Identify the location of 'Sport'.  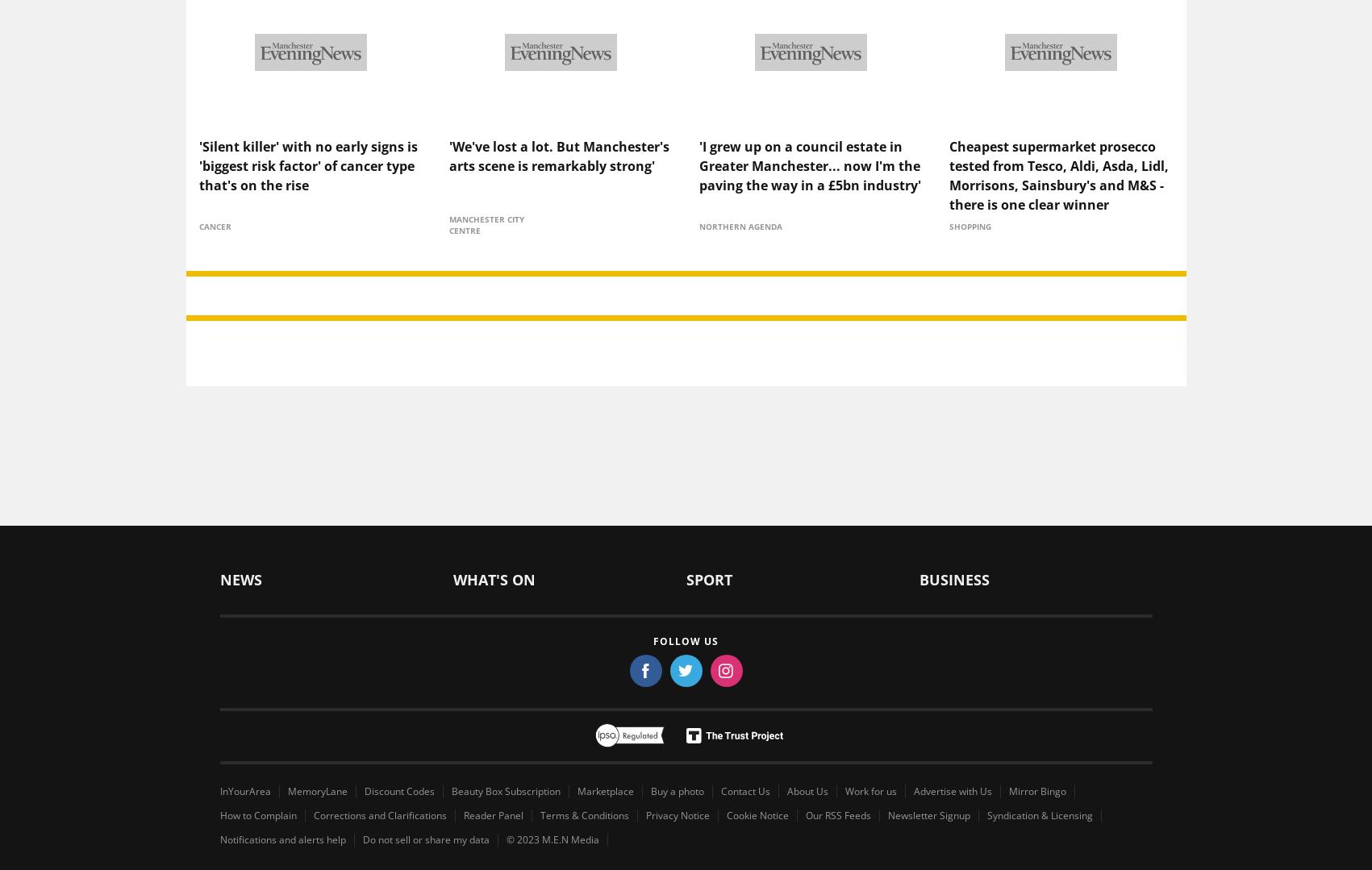
(707, 552).